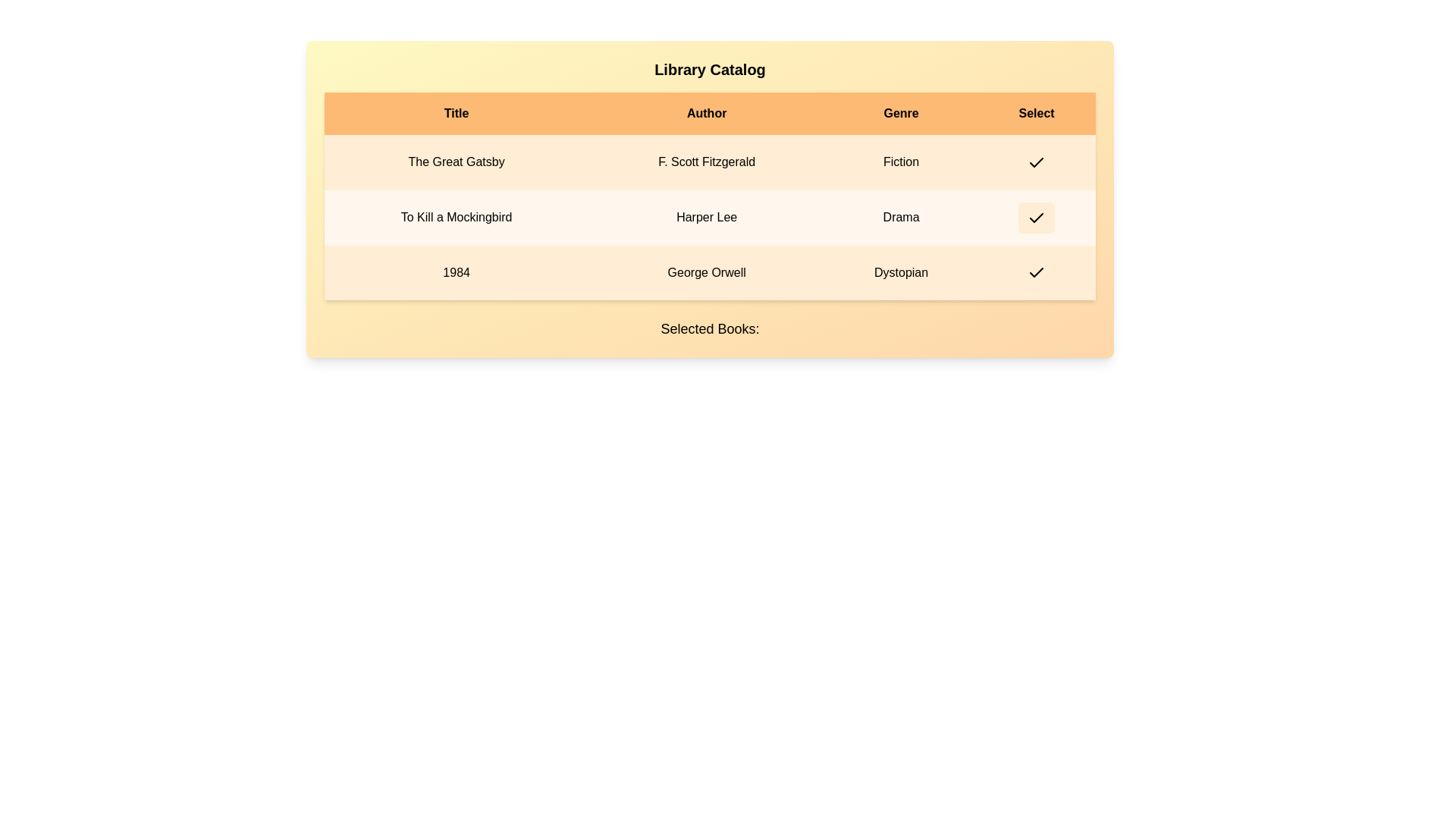 The image size is (1456, 819). Describe the element at coordinates (1036, 218) in the screenshot. I see `the interactive checkmark button with a light orange background and black checkmark icon, located in the 'Select' column for 'To Kill a Mockingbird' in the second row of the table` at that location.